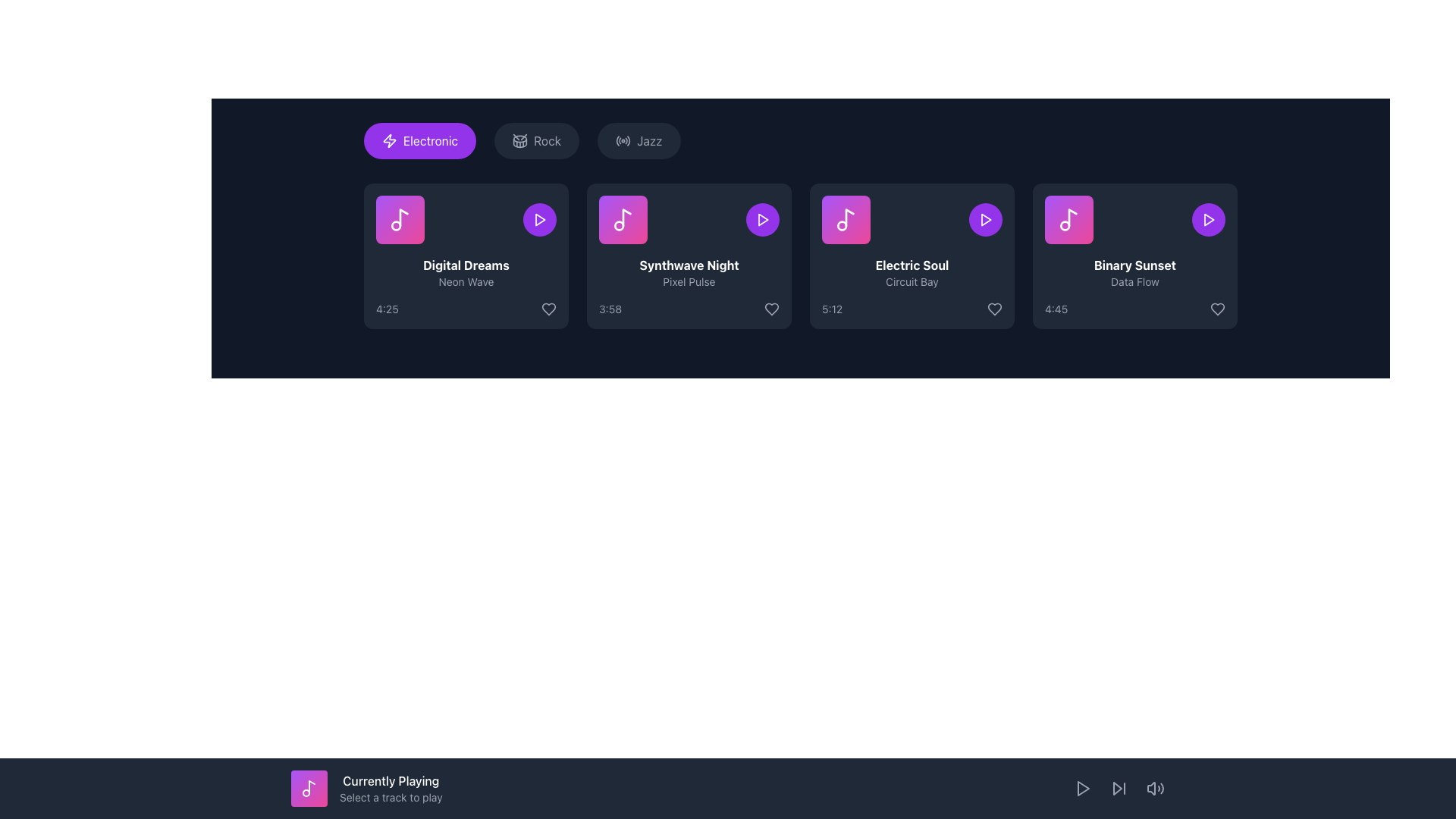  What do you see at coordinates (520, 140) in the screenshot?
I see `the drum icon located to the left of the 'Rock' button, which features a circular shape with crossing drumsticks inside, styled in gray against a darker background` at bounding box center [520, 140].